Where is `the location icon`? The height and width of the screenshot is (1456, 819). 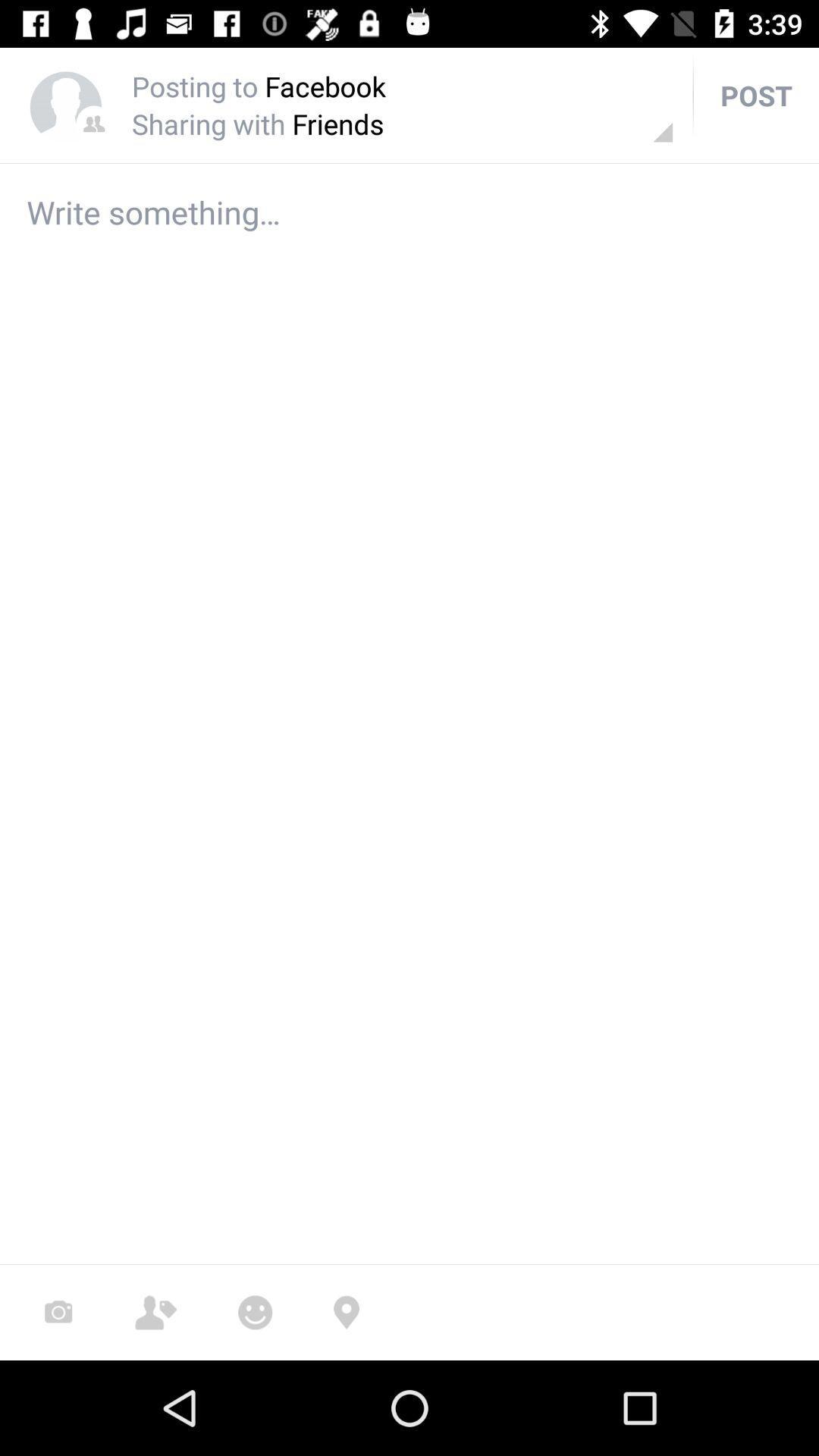
the location icon is located at coordinates (346, 1312).